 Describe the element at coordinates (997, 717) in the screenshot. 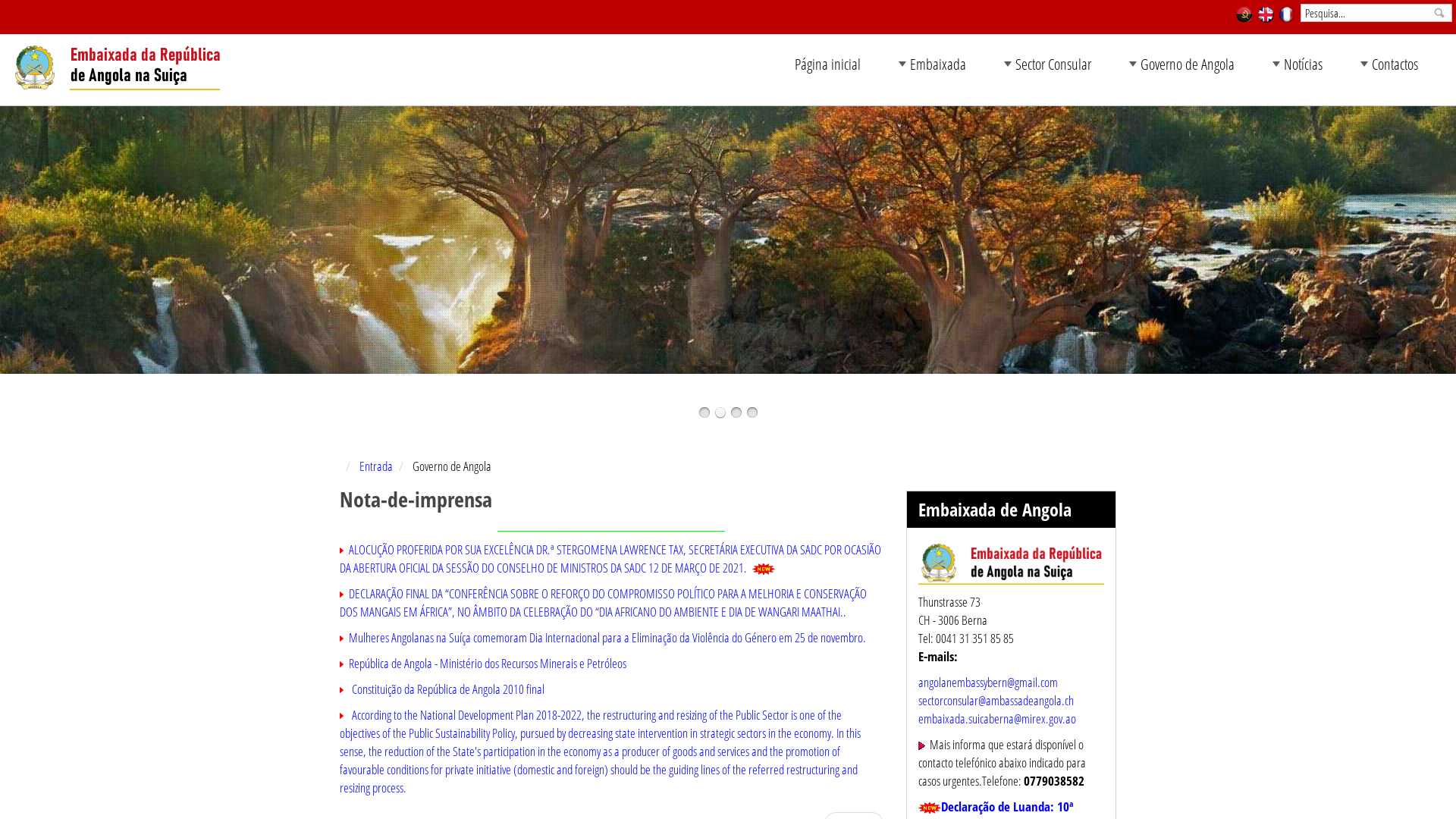

I see `'embaixada.suicaberna@mirex.gov.ao'` at that location.